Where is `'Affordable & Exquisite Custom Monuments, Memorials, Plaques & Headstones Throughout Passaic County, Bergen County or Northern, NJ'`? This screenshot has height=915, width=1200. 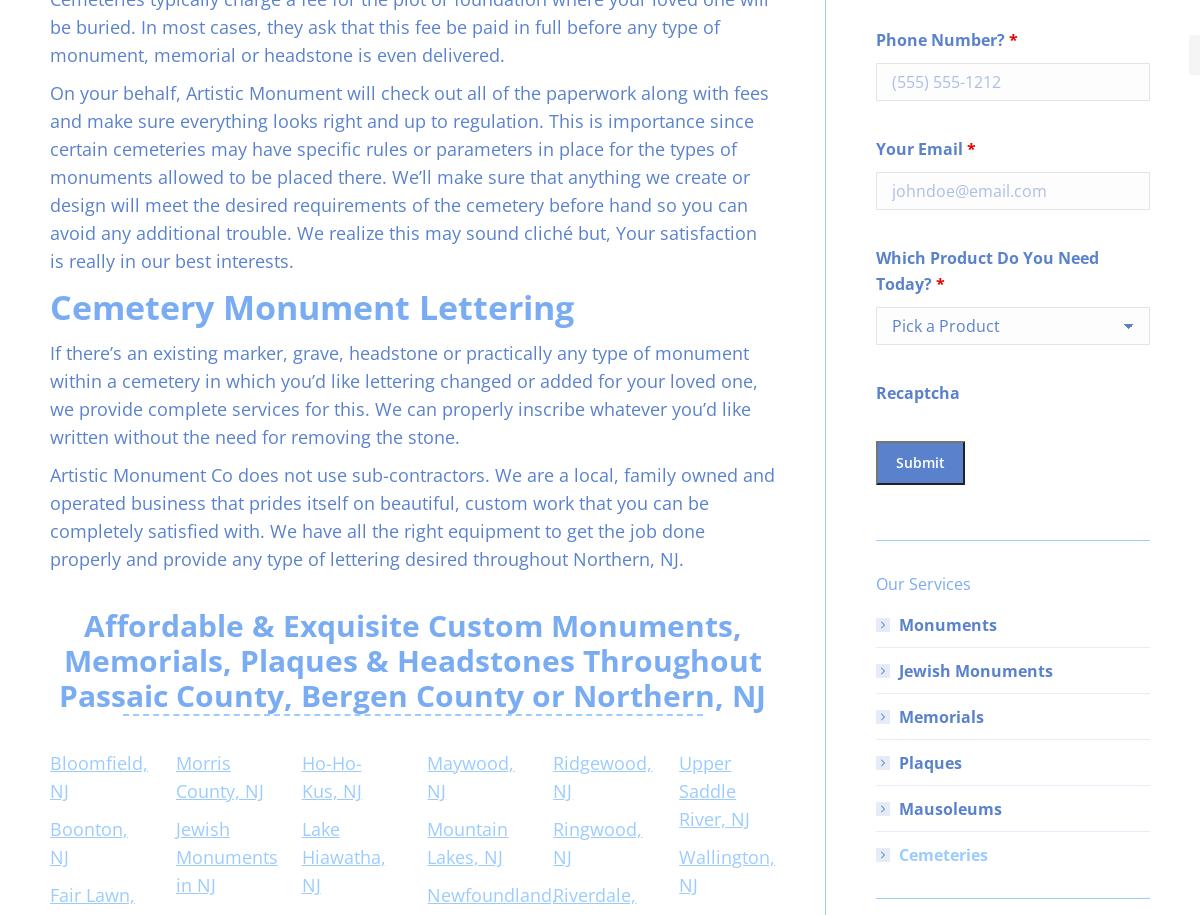 'Affordable & Exquisite Custom Monuments, Memorials, Plaques & Headstones Throughout Passaic County, Bergen County or Northern, NJ' is located at coordinates (412, 660).